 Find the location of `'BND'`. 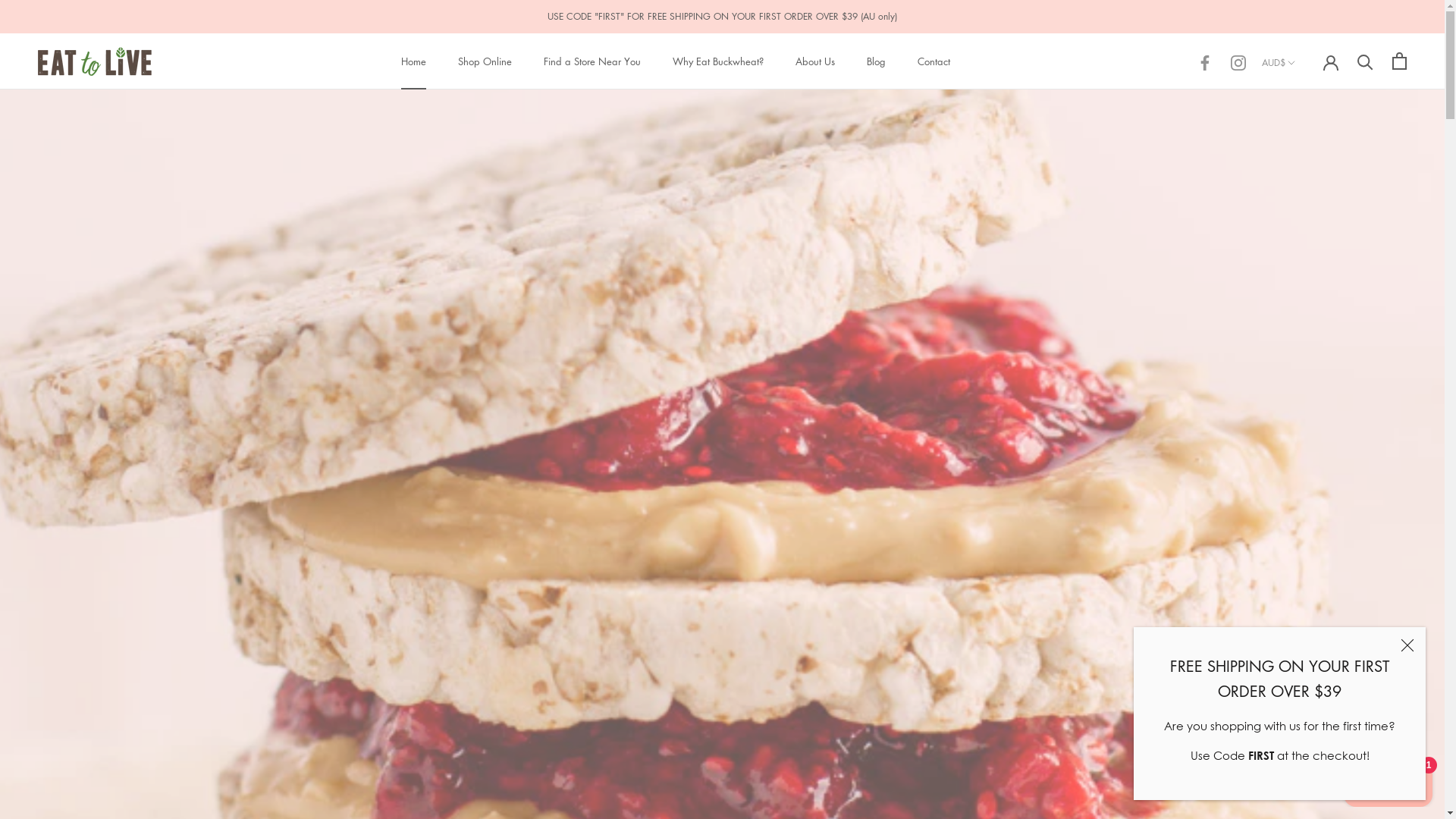

'BND' is located at coordinates (1262, 390).